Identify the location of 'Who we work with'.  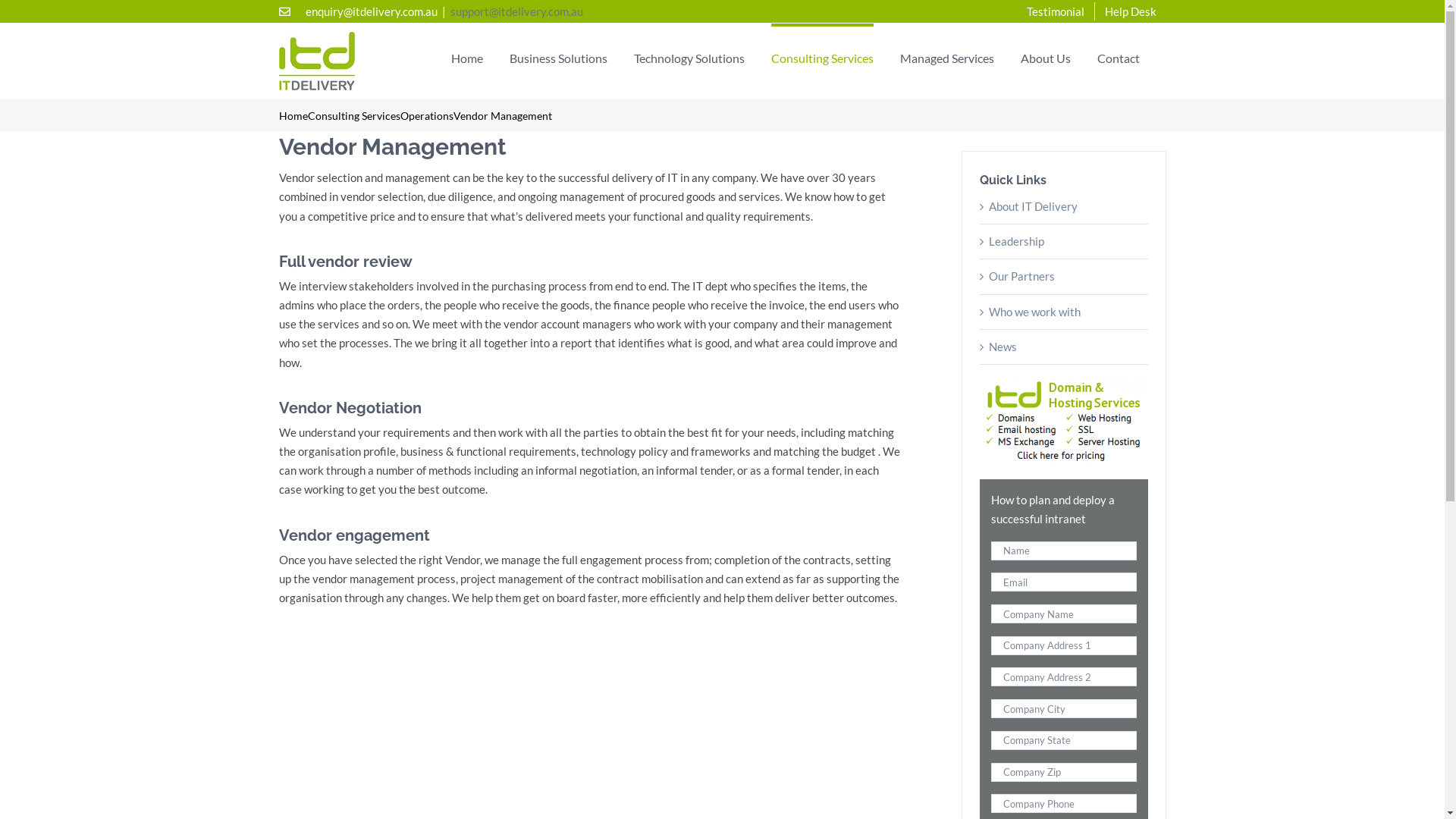
(1034, 311).